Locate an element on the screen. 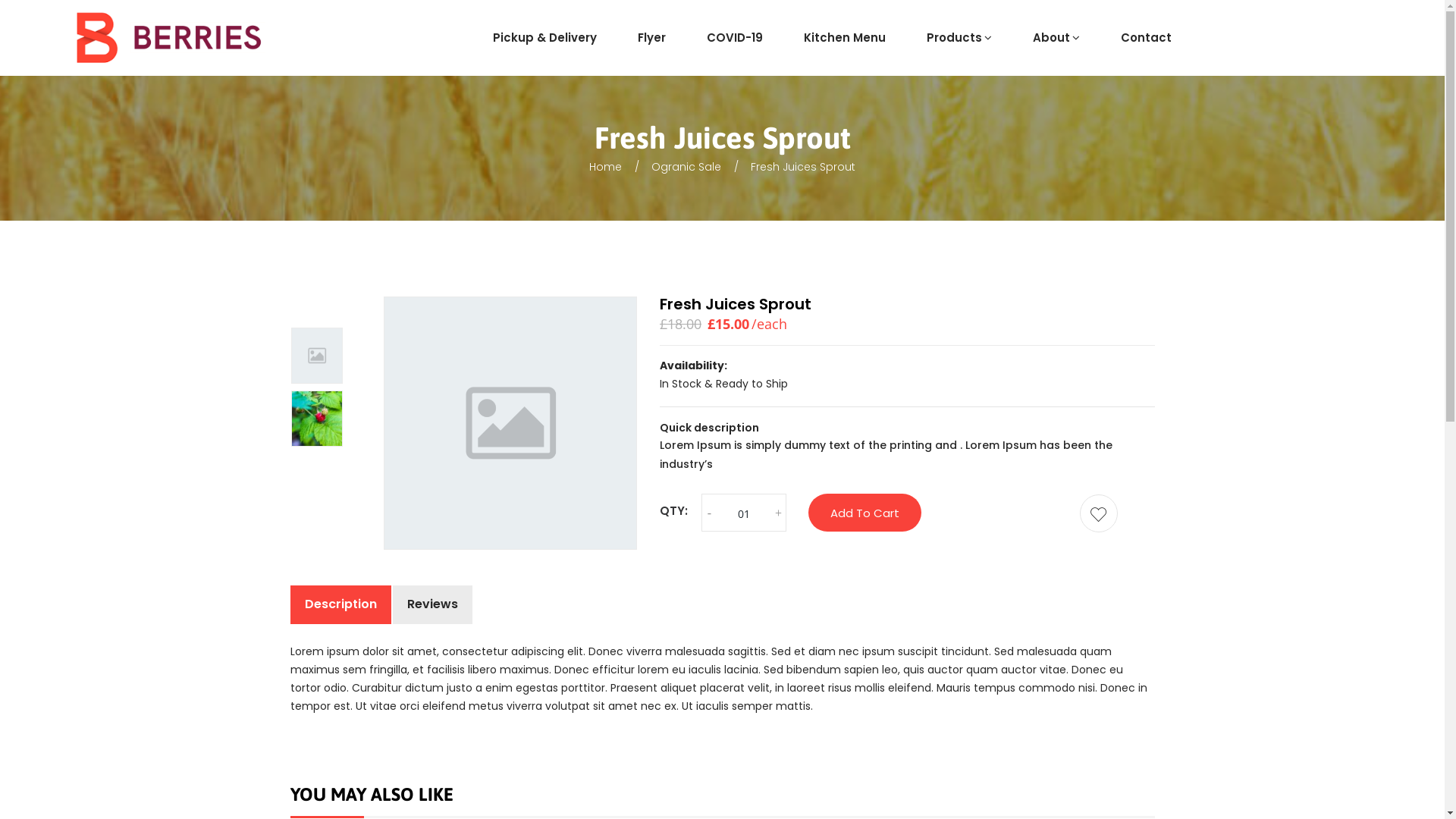 This screenshot has height=819, width=1456. 'Qty' is located at coordinates (743, 513).